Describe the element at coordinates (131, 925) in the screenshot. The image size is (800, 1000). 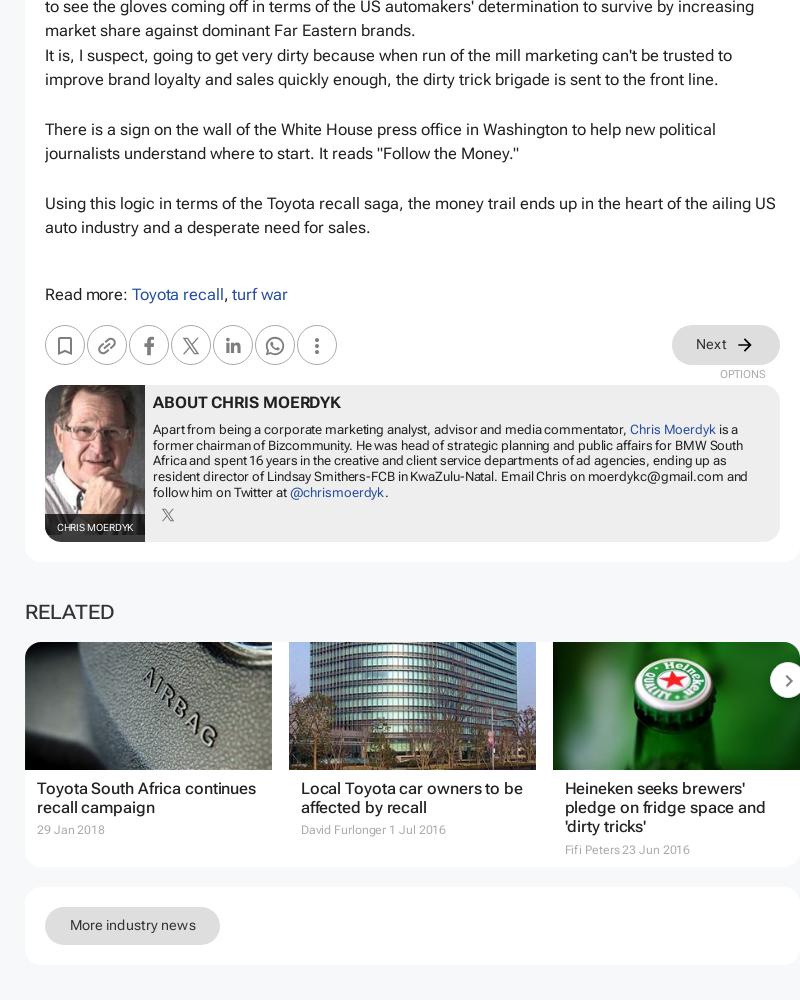
I see `'More industry news'` at that location.